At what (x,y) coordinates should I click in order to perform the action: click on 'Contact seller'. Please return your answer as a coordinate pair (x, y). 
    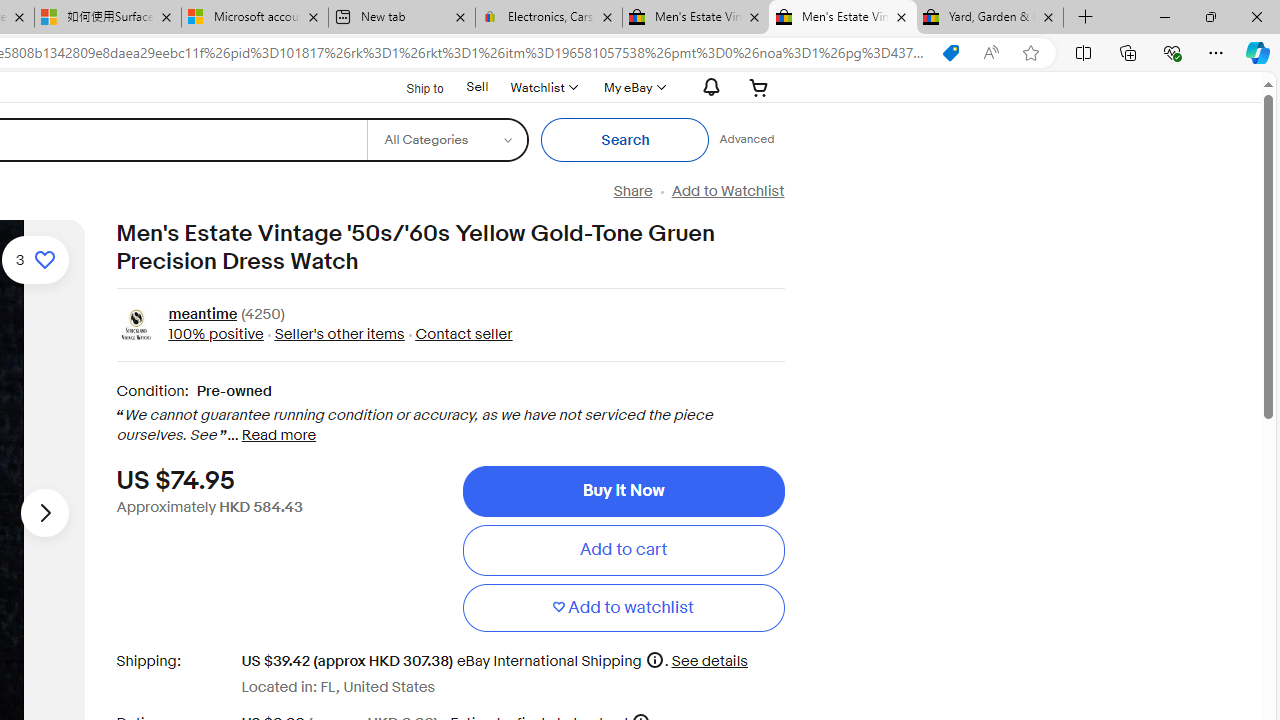
    Looking at the image, I should click on (463, 333).